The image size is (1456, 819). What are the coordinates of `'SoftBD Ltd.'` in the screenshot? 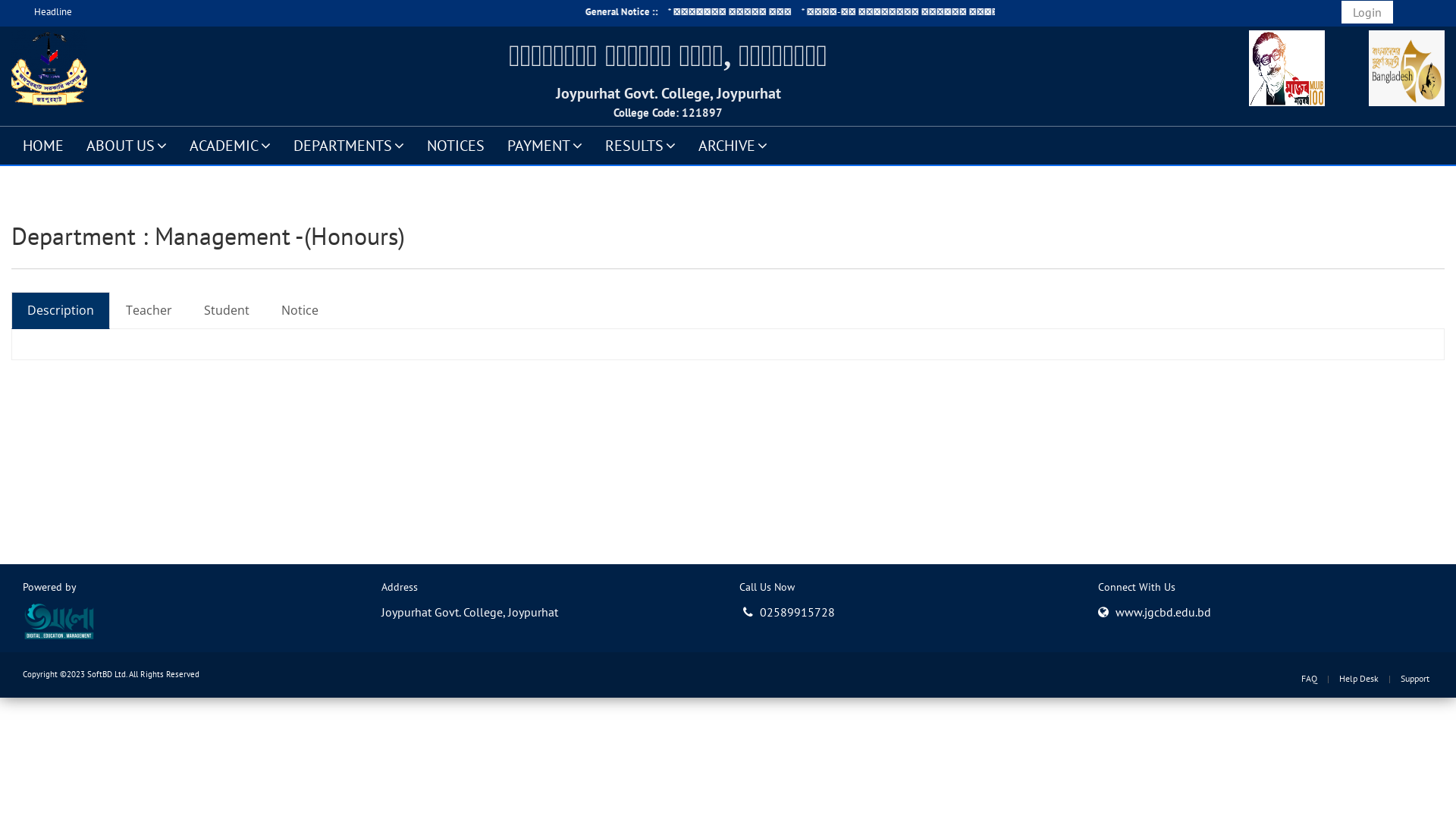 It's located at (86, 673).